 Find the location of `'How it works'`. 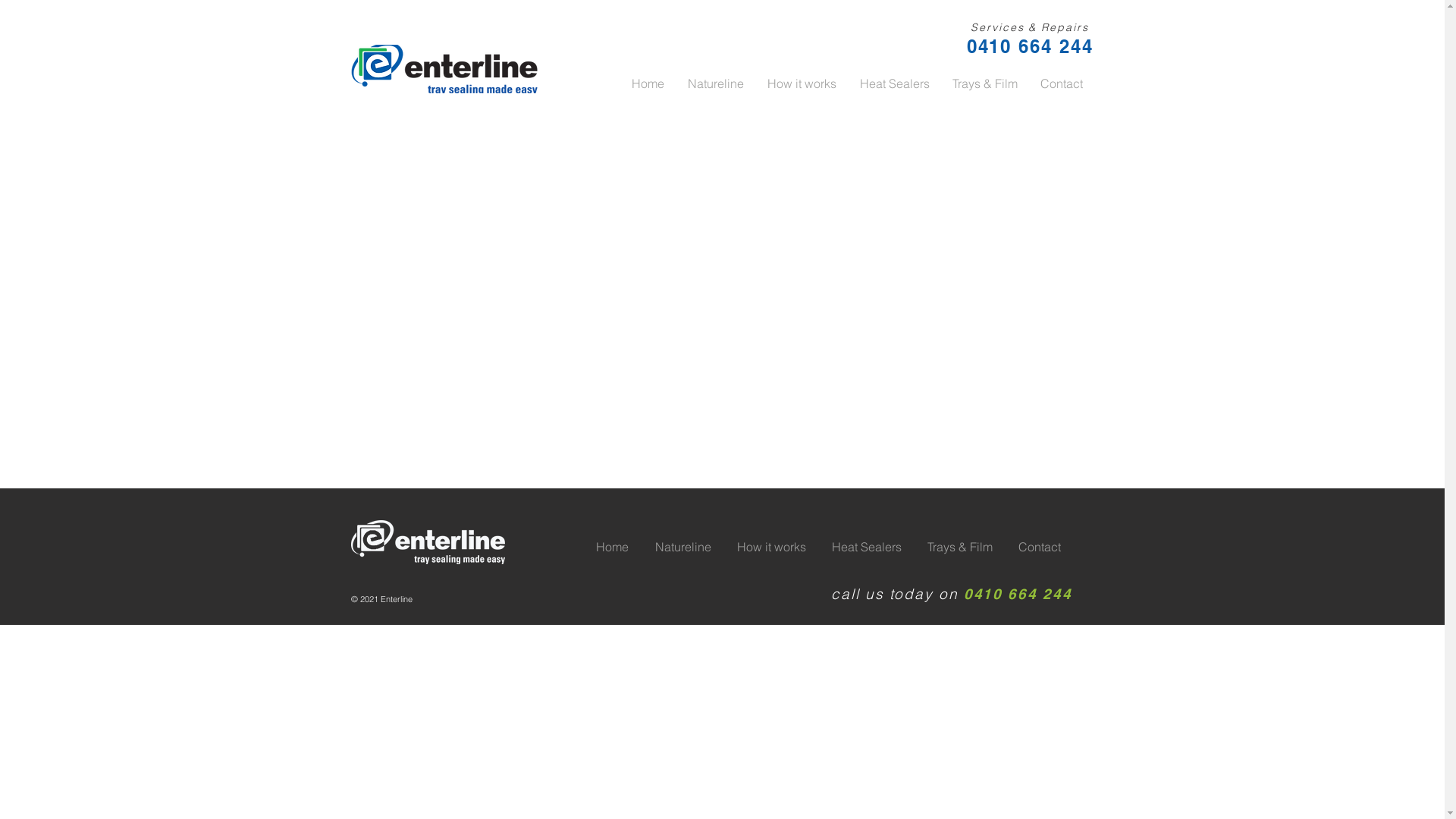

'How it works' is located at coordinates (769, 547).